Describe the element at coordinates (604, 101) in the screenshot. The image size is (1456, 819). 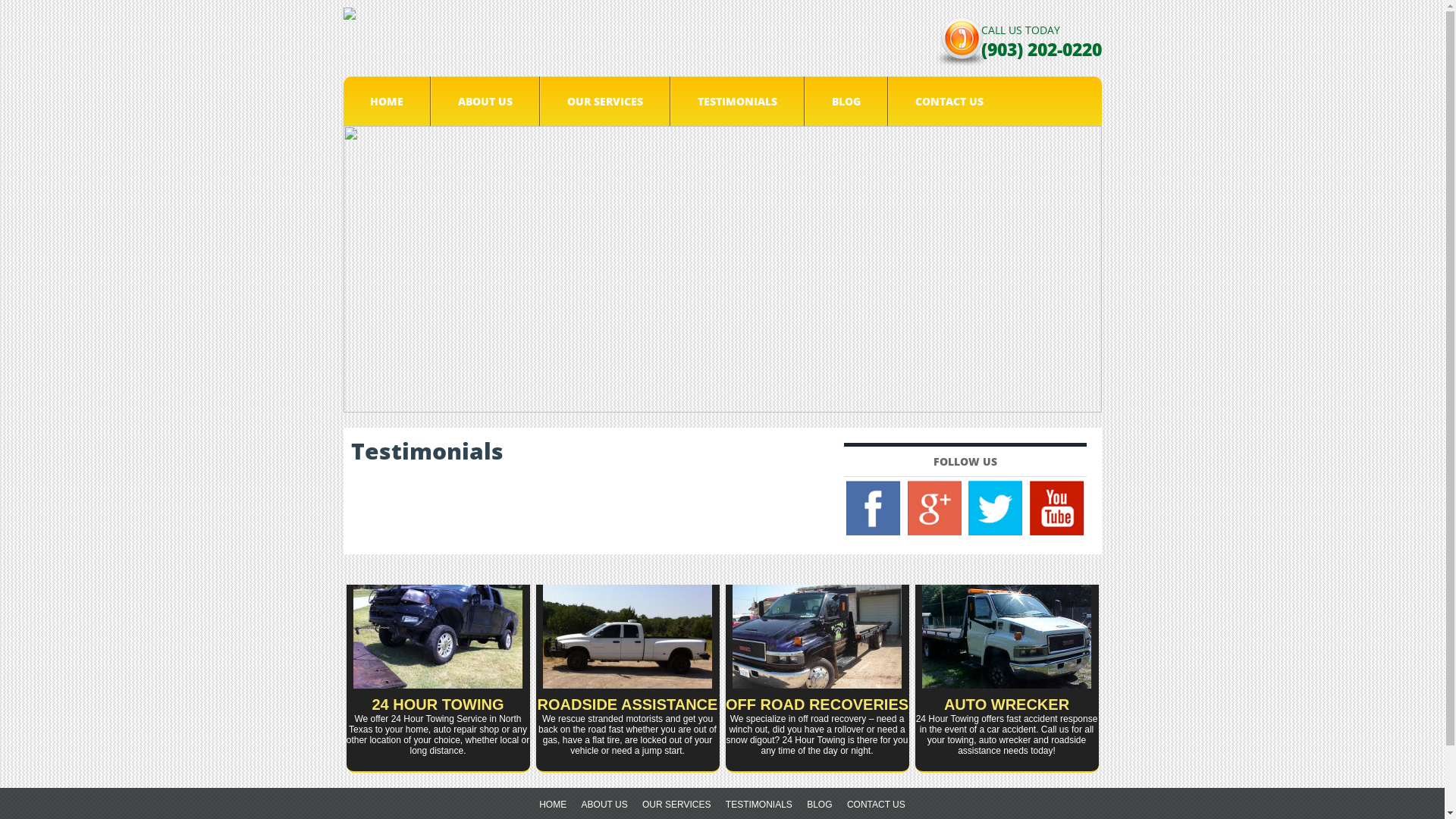
I see `'OUR SERVICES'` at that location.